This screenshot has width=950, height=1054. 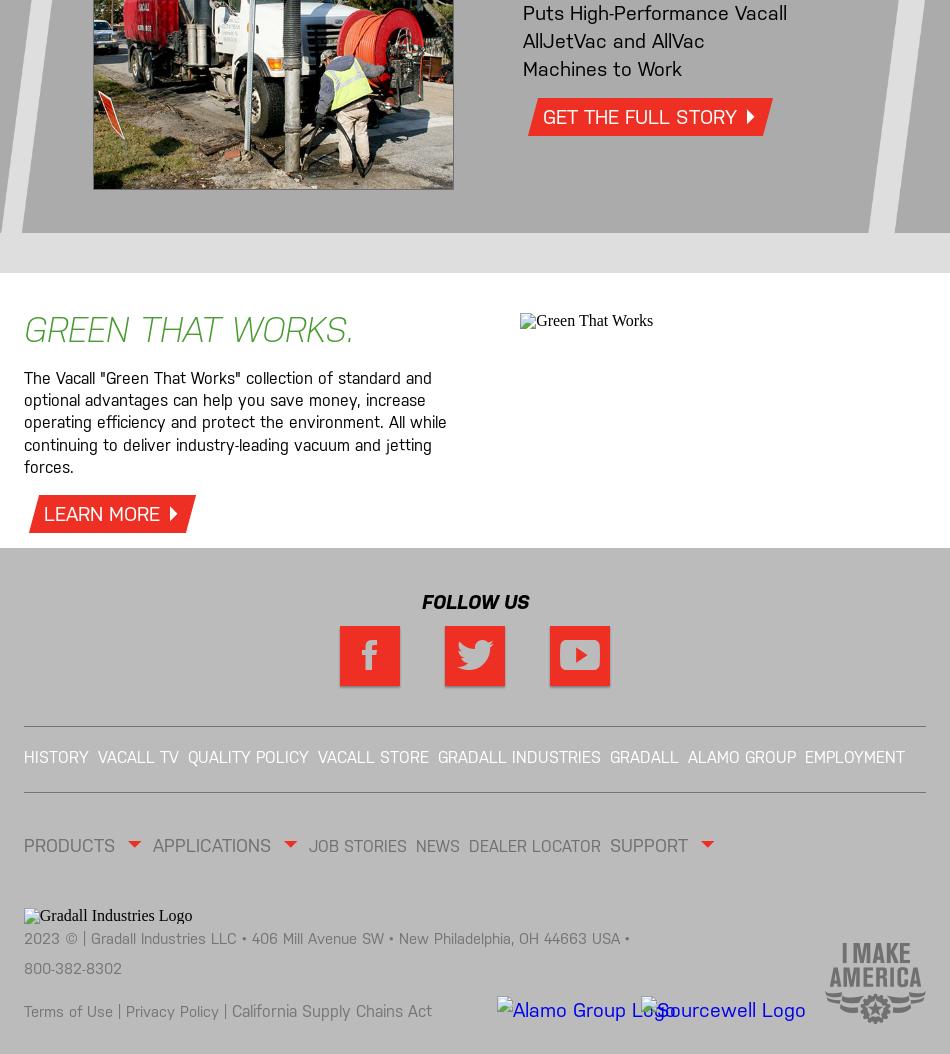 What do you see at coordinates (216, 844) in the screenshot?
I see `'APPLICATIONS'` at bounding box center [216, 844].